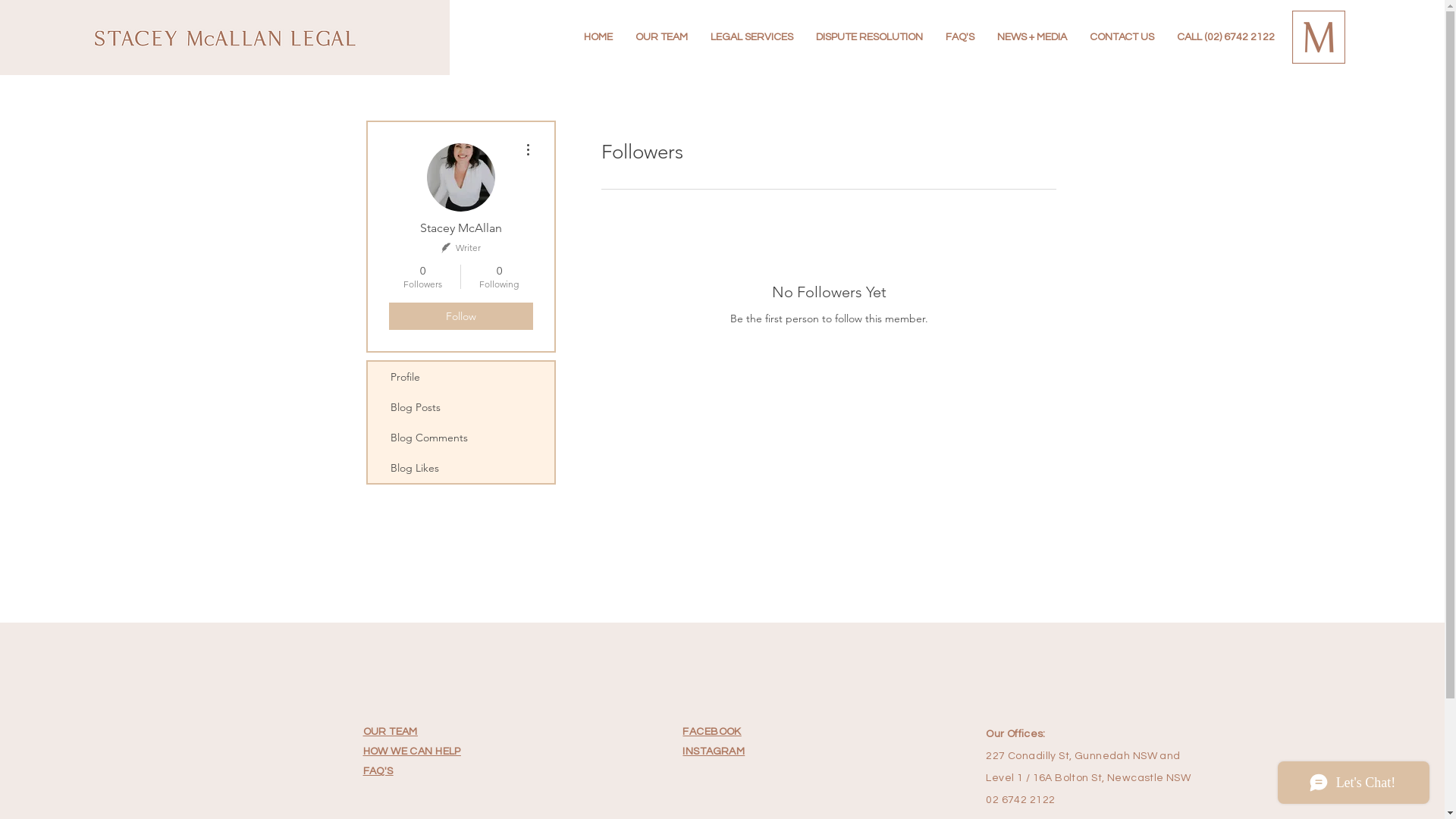 This screenshot has width=1456, height=819. What do you see at coordinates (752, 36) in the screenshot?
I see `'LEGAL SERVICES'` at bounding box center [752, 36].